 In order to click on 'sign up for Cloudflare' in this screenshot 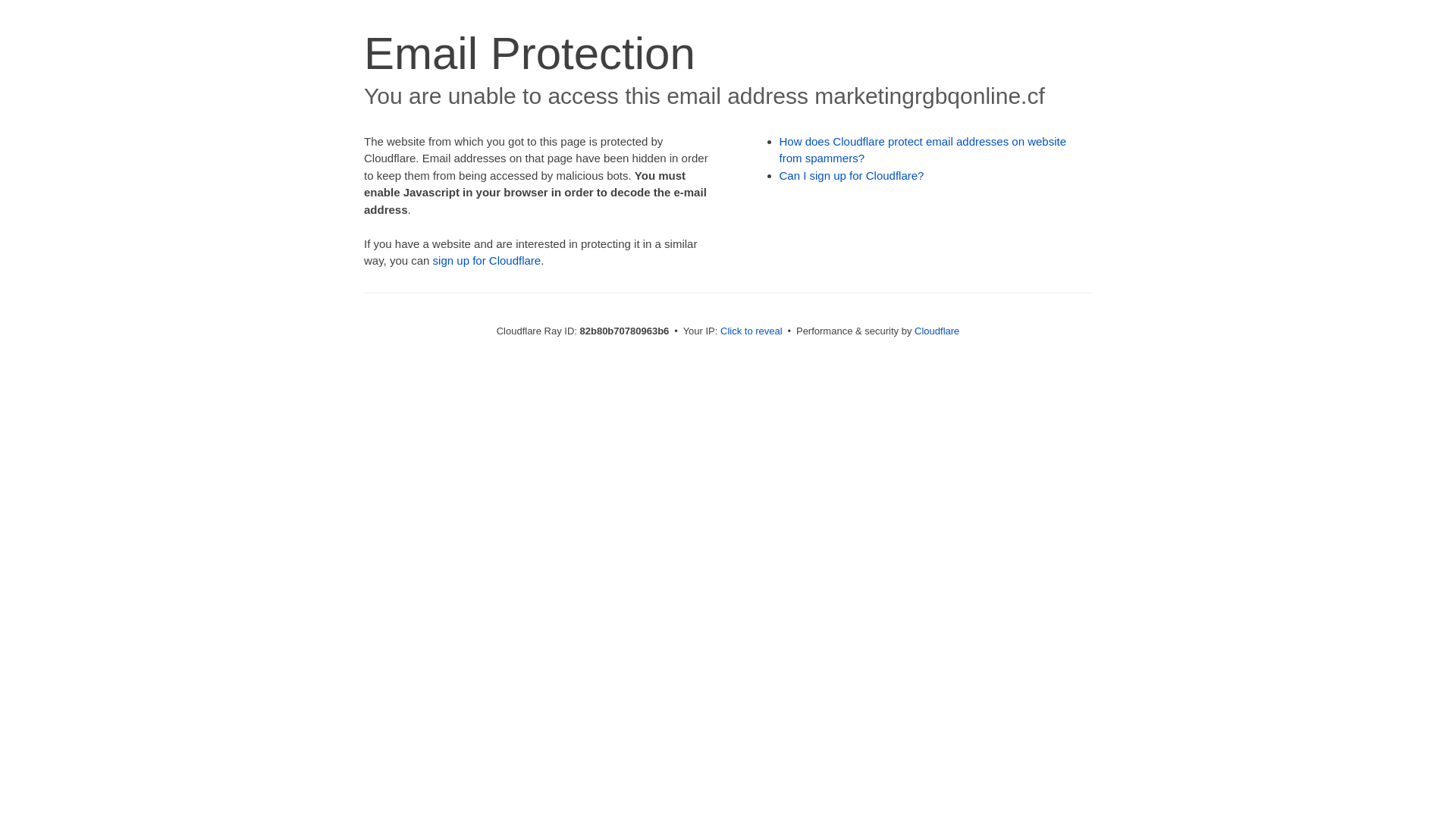, I will do `click(487, 259)`.